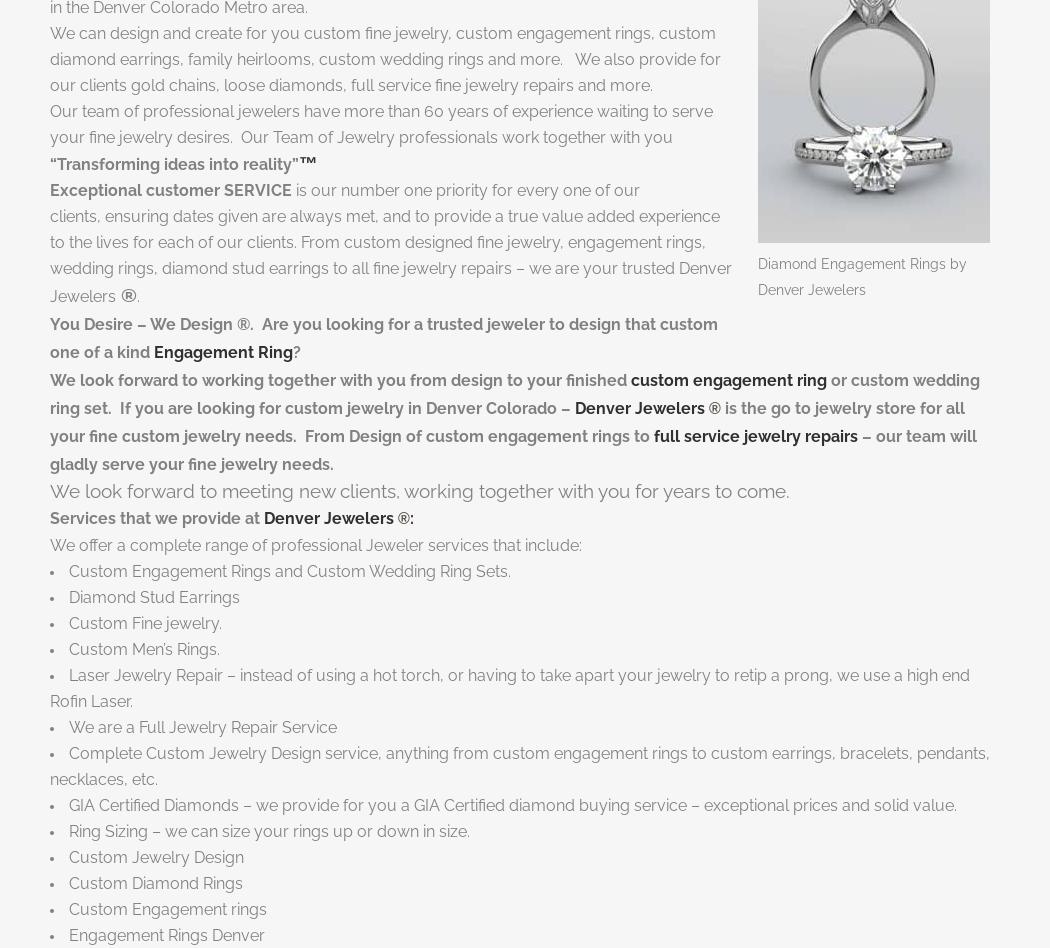 The height and width of the screenshot is (948, 1050). What do you see at coordinates (631, 378) in the screenshot?
I see `'custom engagement ring'` at bounding box center [631, 378].